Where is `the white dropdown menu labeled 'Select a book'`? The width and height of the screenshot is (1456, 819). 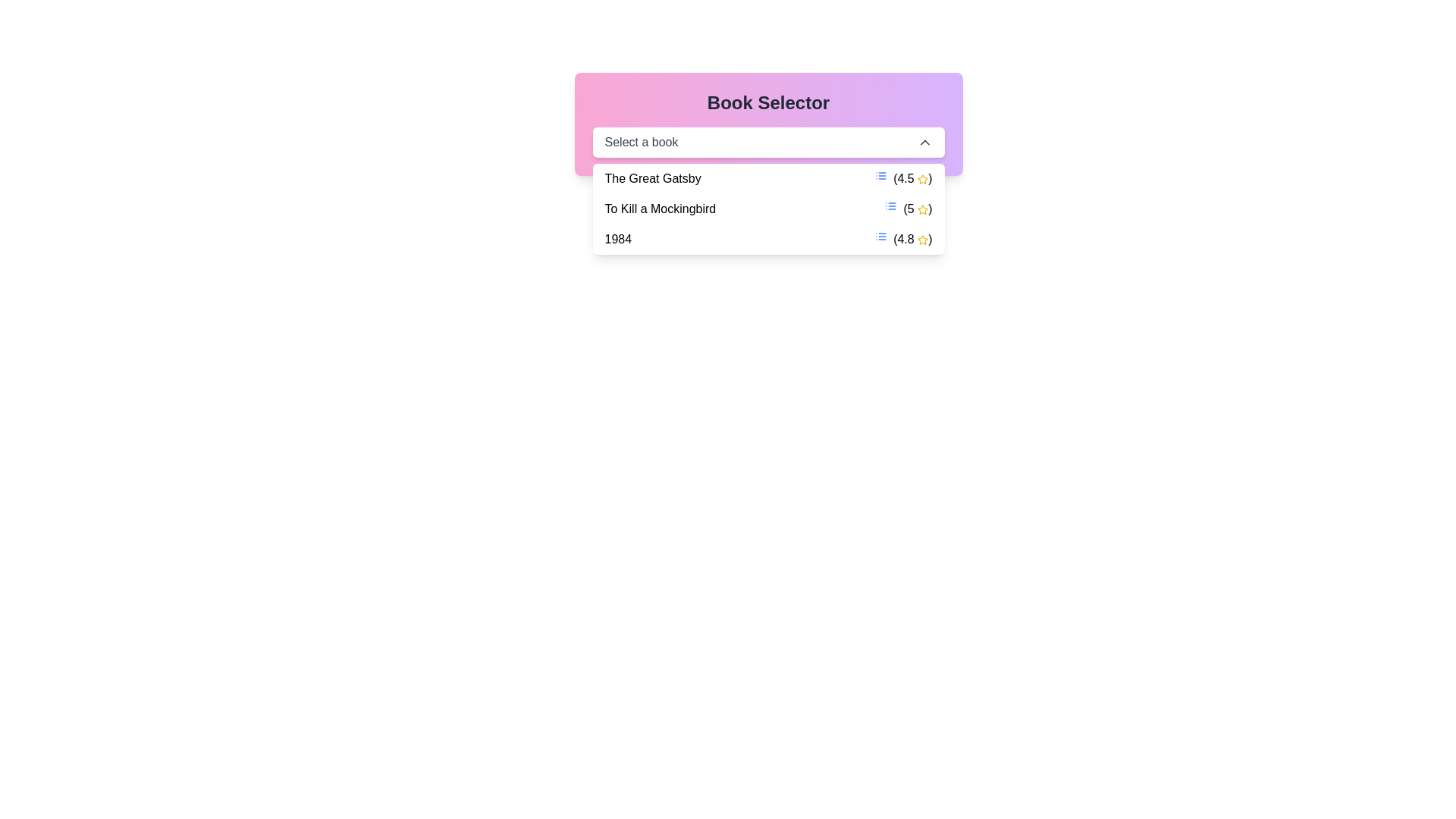
the white dropdown menu labeled 'Select a book' is located at coordinates (768, 143).